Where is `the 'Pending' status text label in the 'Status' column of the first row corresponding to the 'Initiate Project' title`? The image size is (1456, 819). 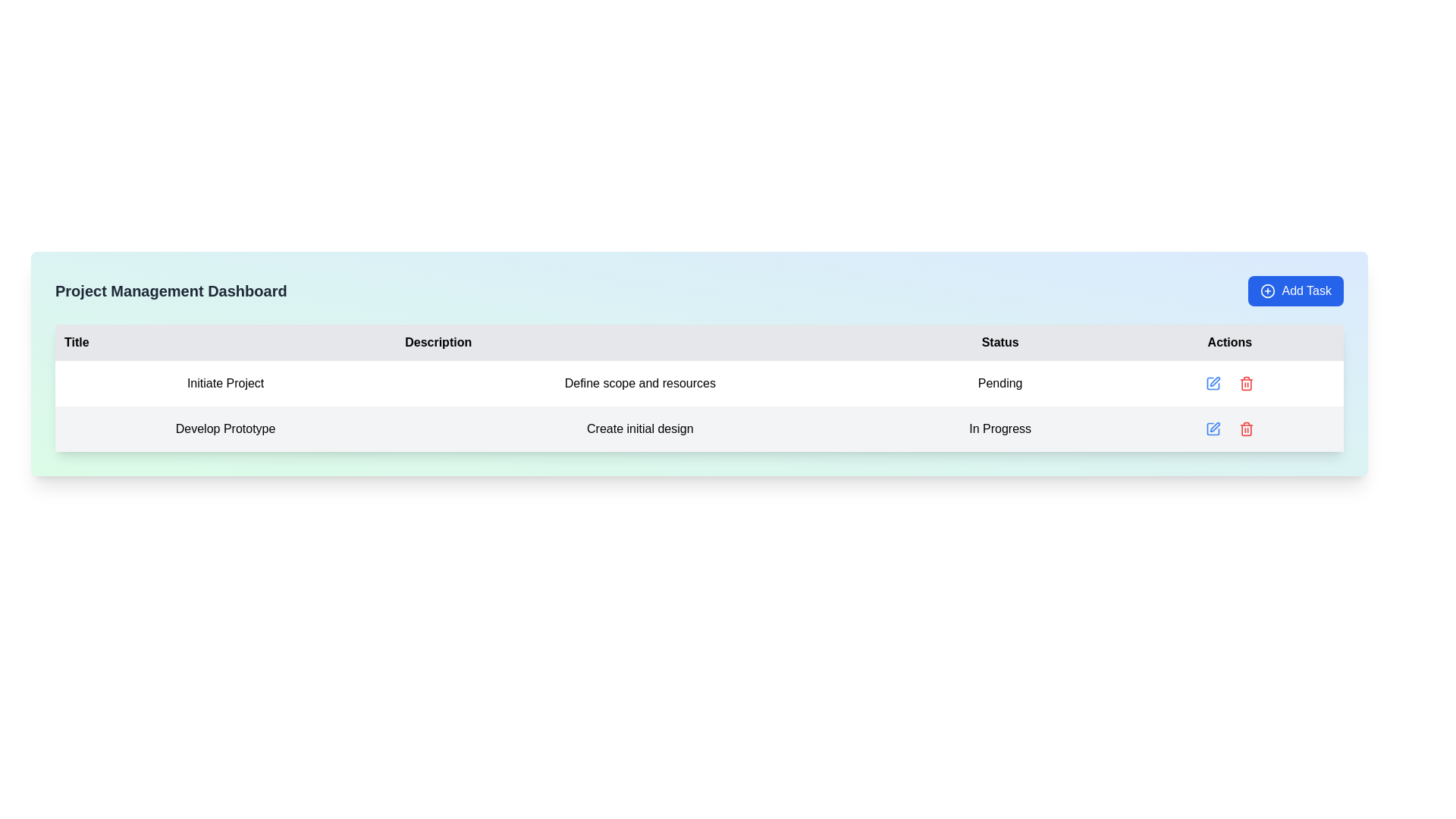
the 'Pending' status text label in the 'Status' column of the first row corresponding to the 'Initiate Project' title is located at coordinates (1000, 382).